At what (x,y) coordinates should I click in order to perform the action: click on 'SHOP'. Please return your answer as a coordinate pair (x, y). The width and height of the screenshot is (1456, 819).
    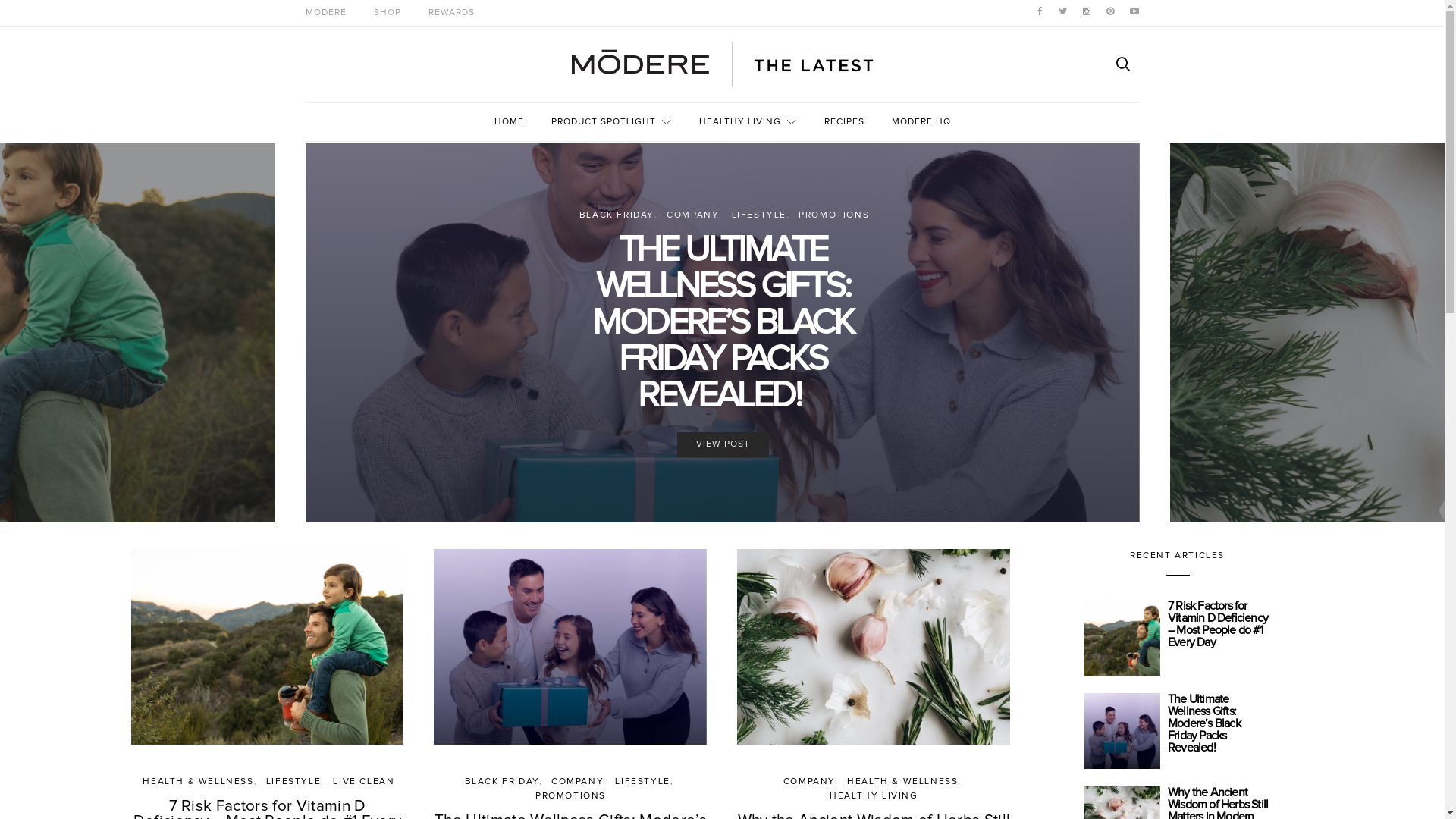
    Looking at the image, I should click on (386, 12).